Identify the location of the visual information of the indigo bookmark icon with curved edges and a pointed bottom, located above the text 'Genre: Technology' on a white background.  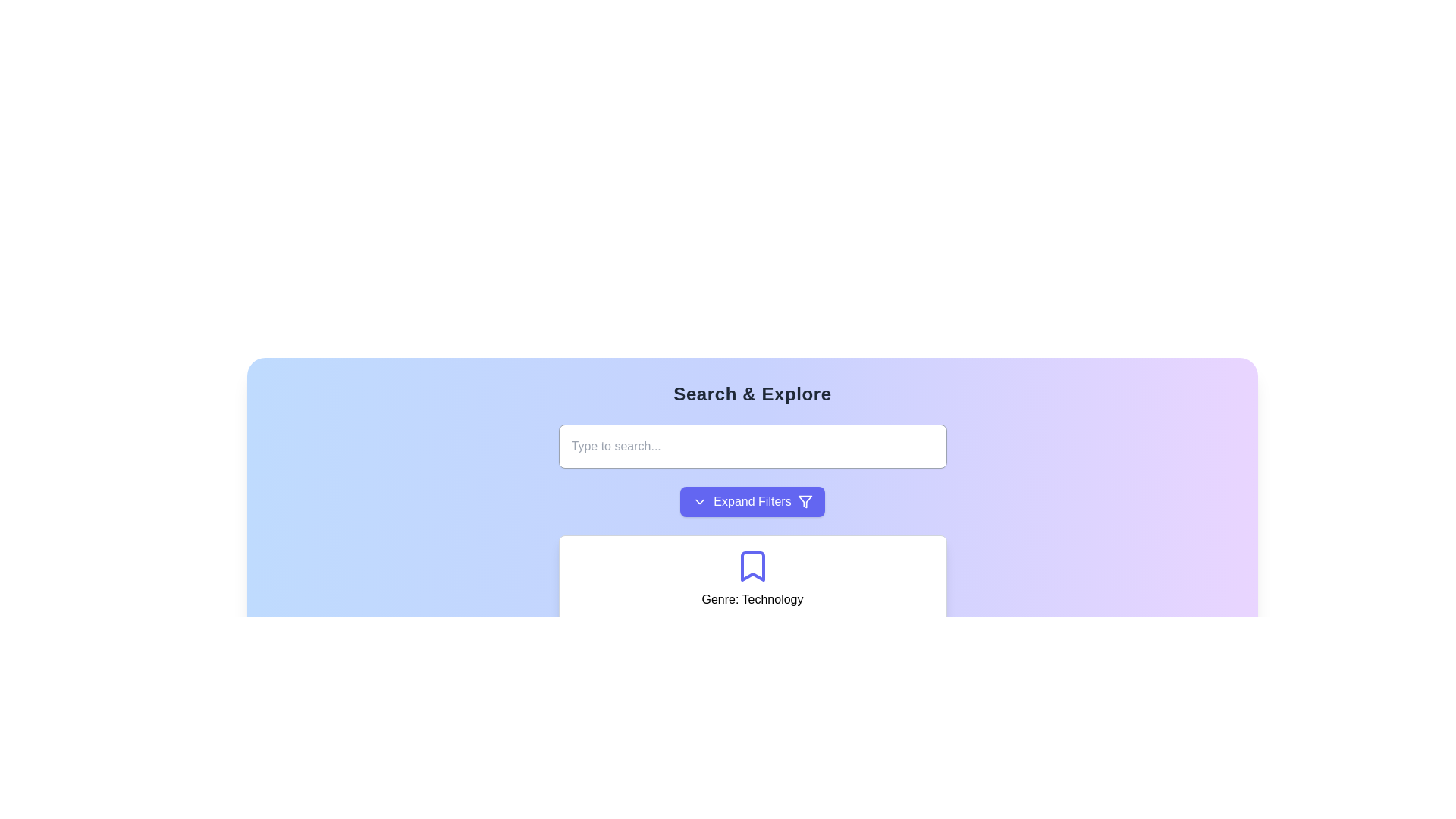
(752, 566).